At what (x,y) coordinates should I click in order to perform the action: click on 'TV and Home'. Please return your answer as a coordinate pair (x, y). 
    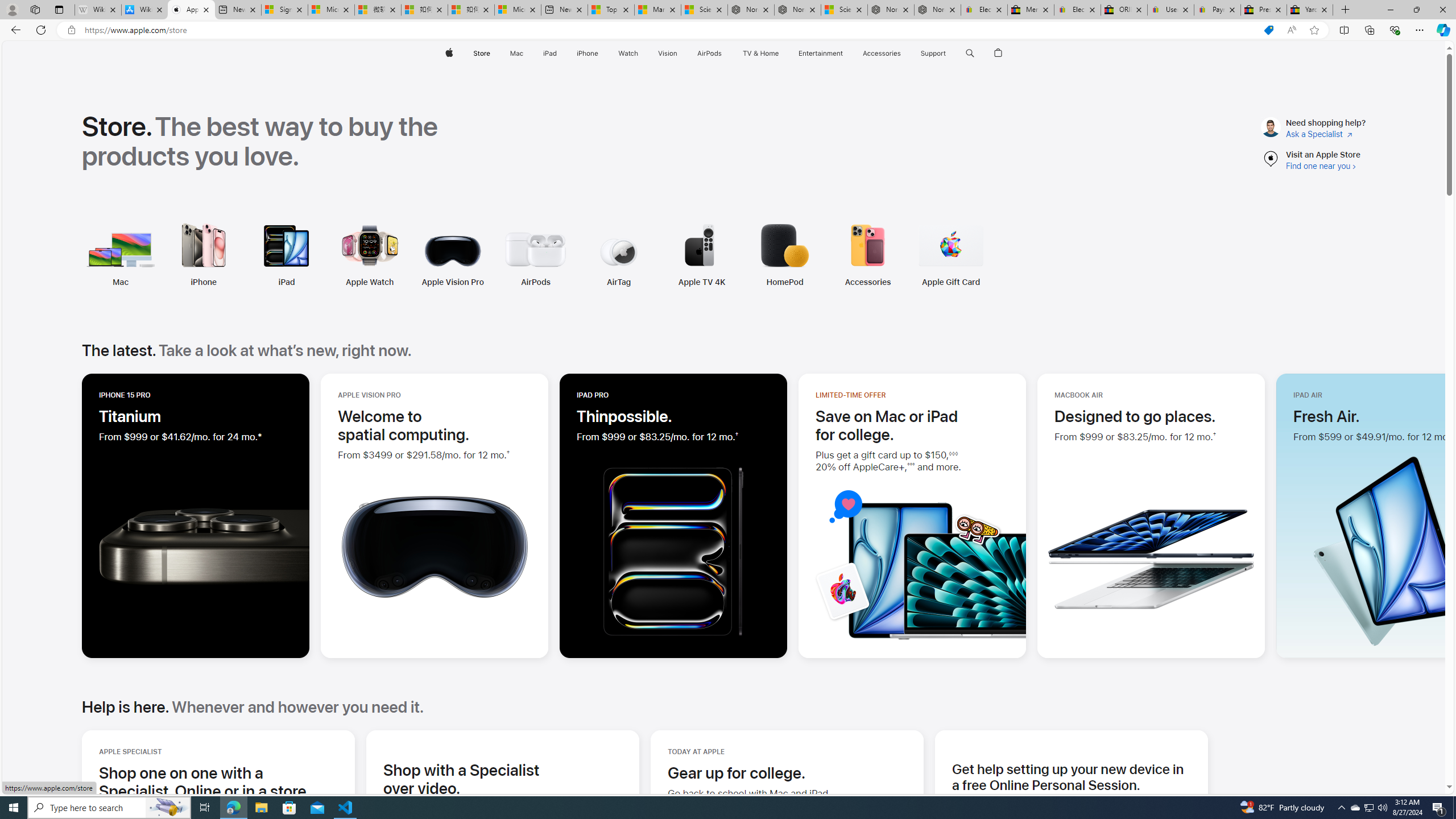
    Looking at the image, I should click on (760, 53).